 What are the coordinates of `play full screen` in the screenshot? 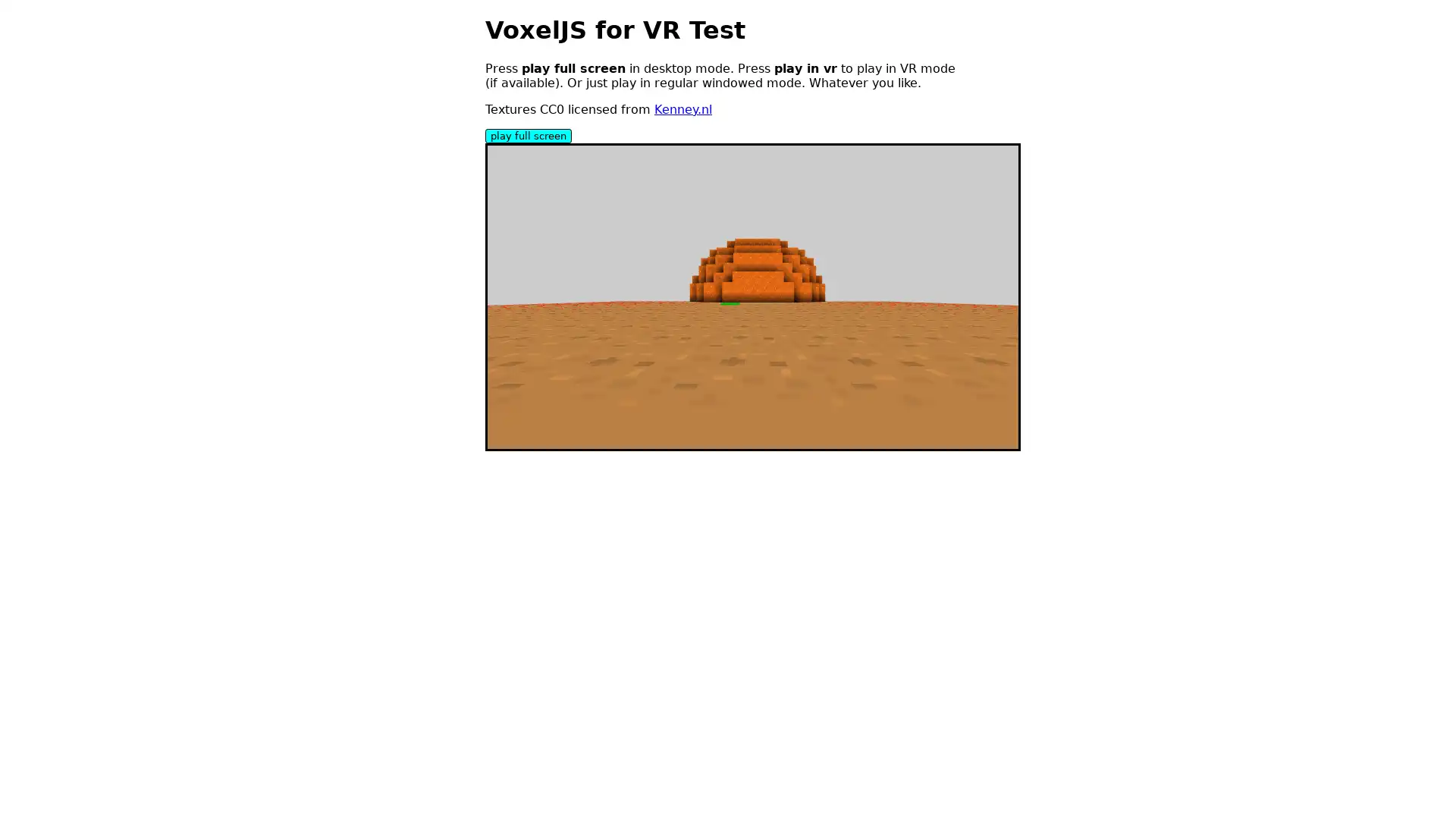 It's located at (528, 134).